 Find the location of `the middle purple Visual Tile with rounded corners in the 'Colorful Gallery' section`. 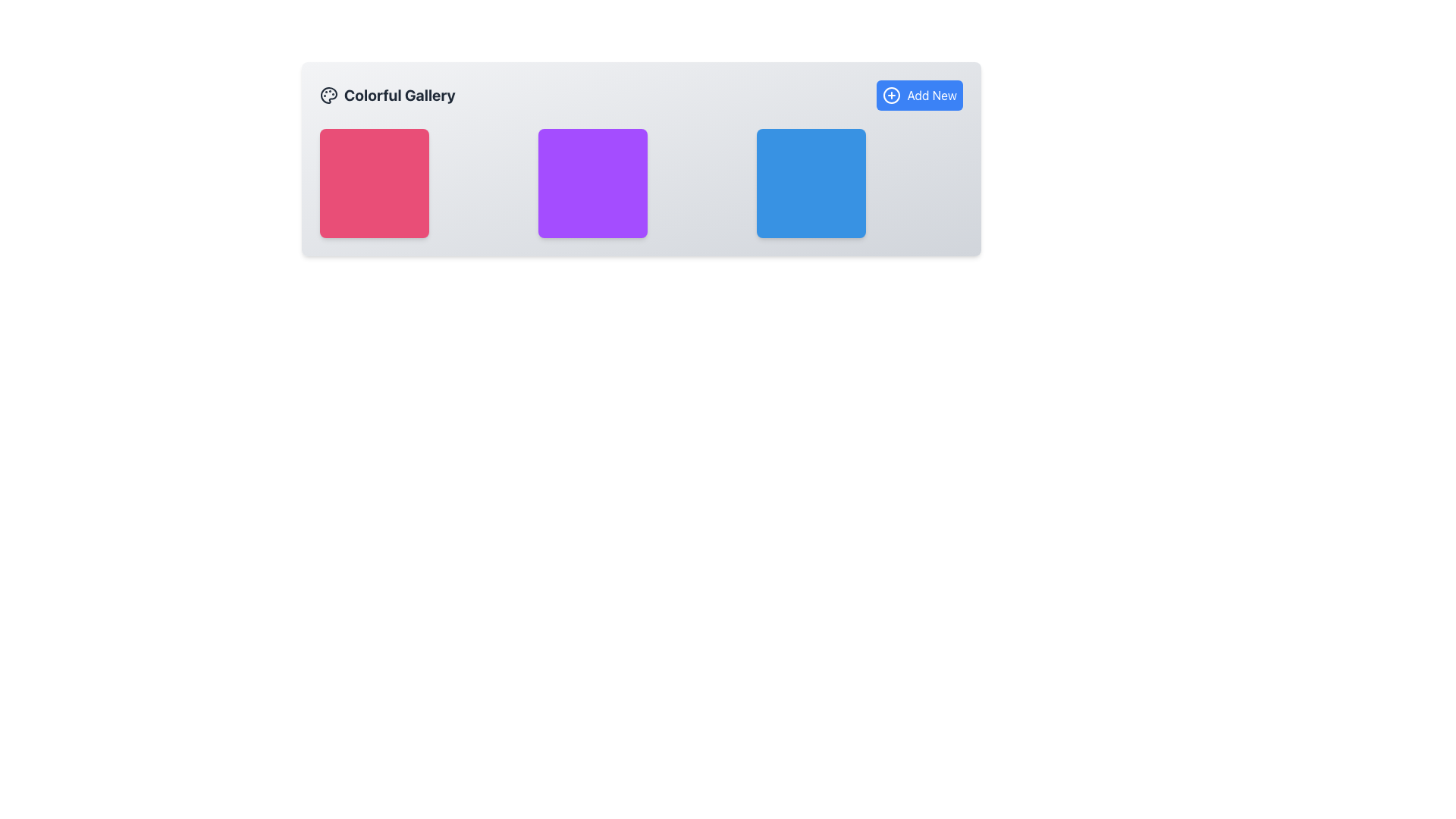

the middle purple Visual Tile with rounded corners in the 'Colorful Gallery' section is located at coordinates (592, 183).